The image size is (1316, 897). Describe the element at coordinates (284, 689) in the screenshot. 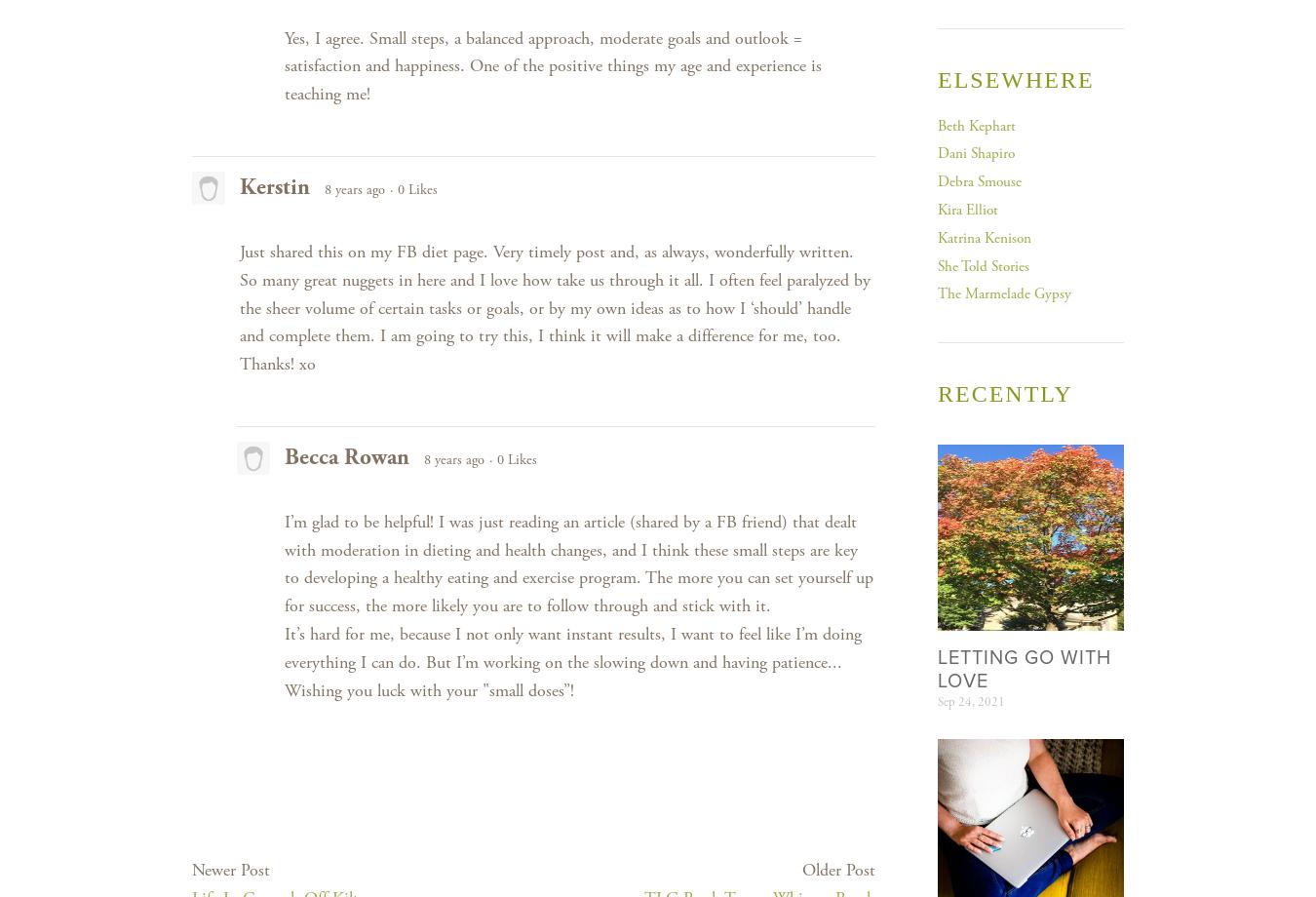

I see `'Wishing you luck with your "small doses”!'` at that location.